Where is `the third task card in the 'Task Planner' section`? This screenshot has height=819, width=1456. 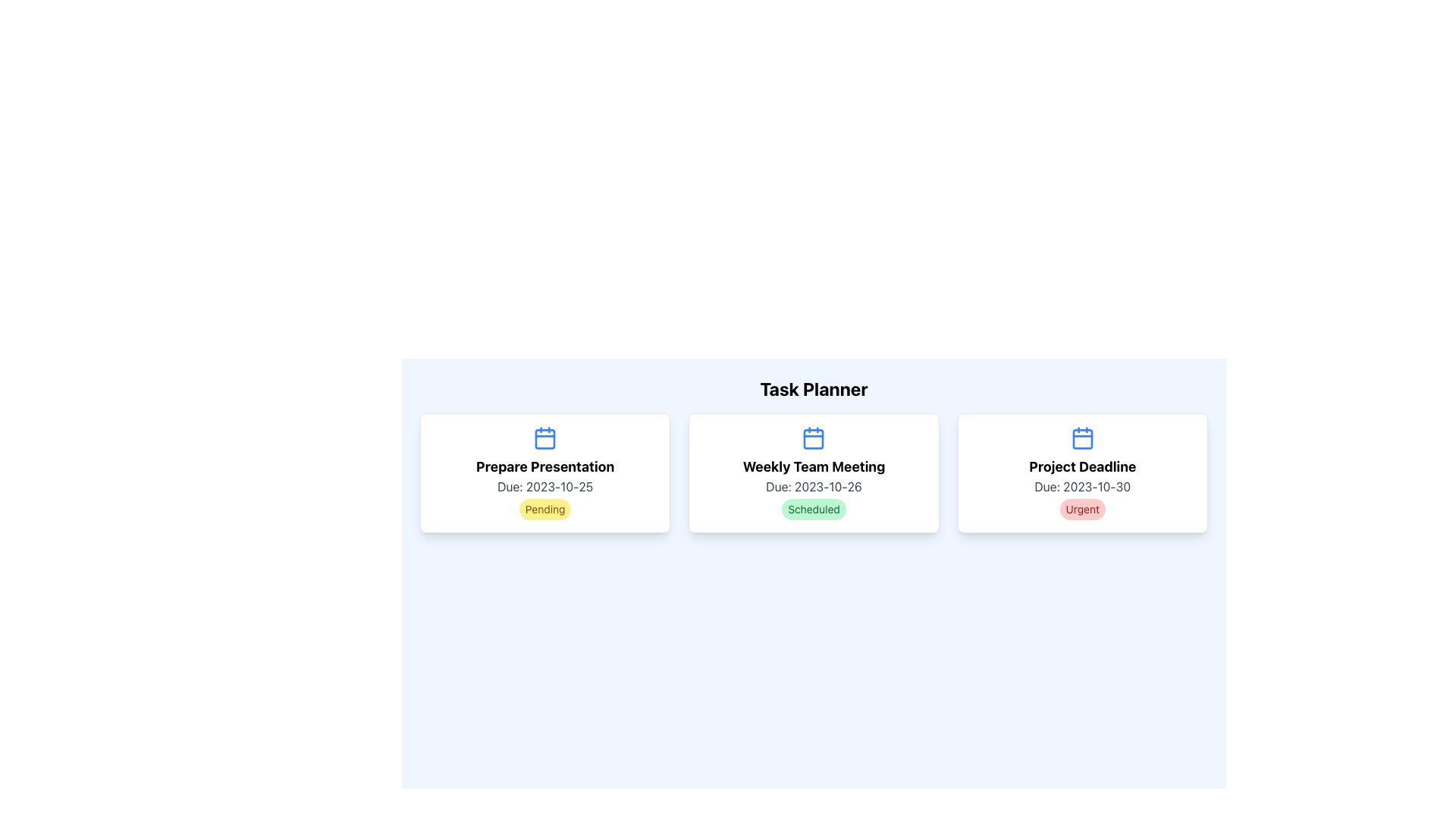 the third task card in the 'Task Planner' section is located at coordinates (1081, 472).